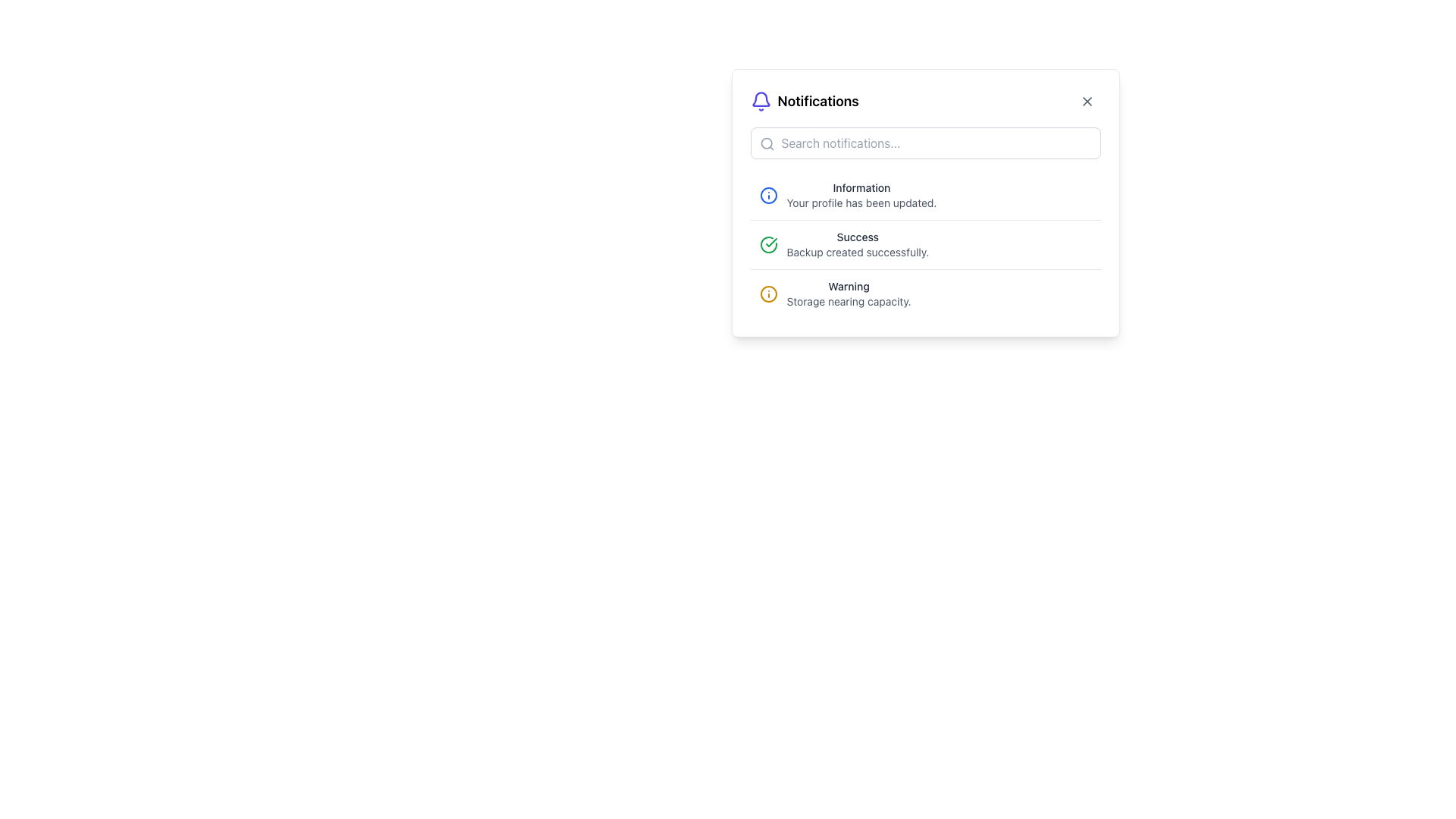  I want to click on the close button located at the top-right corner of the notifications panel, so click(1086, 102).